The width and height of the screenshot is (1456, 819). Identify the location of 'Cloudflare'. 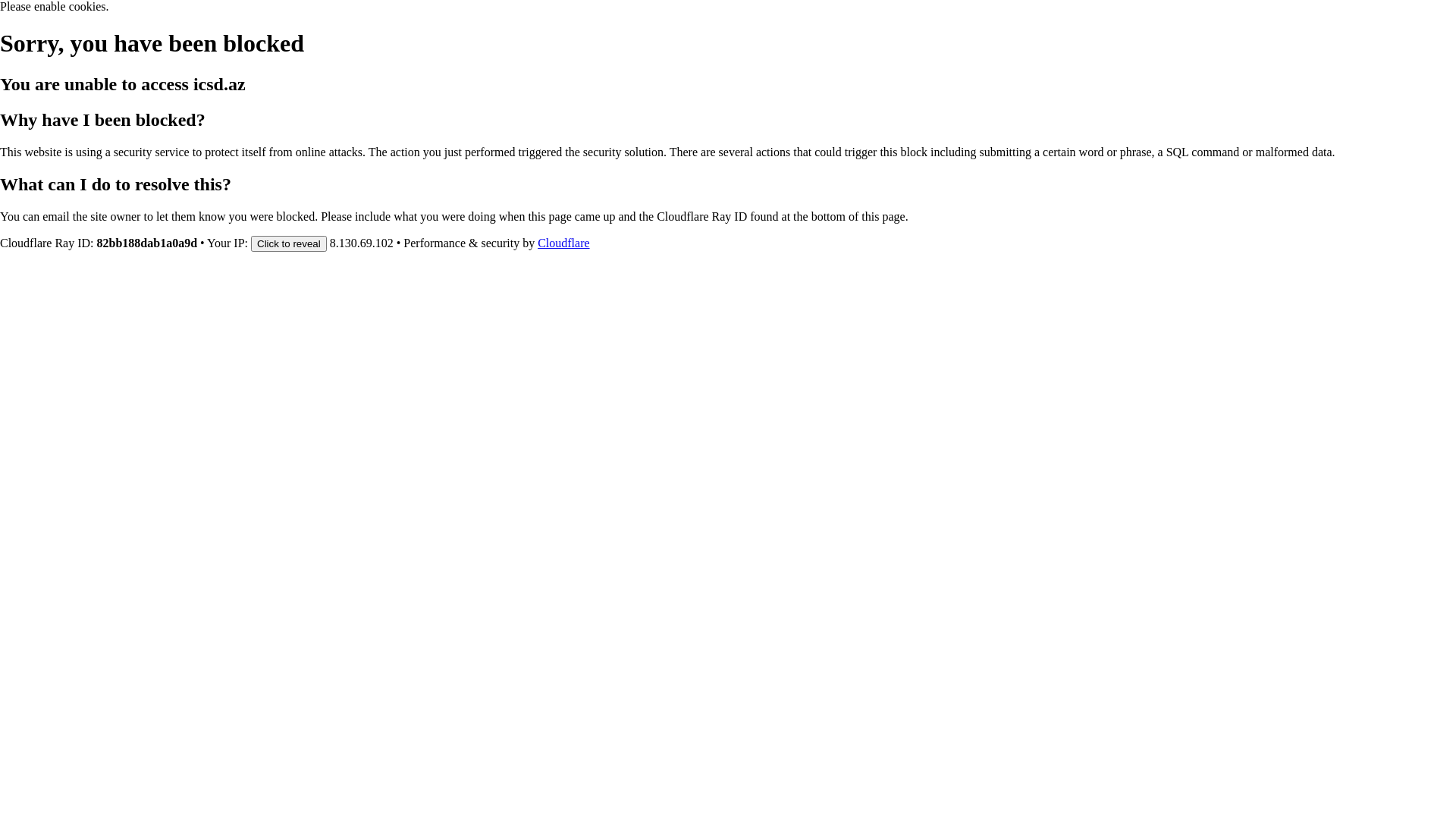
(563, 242).